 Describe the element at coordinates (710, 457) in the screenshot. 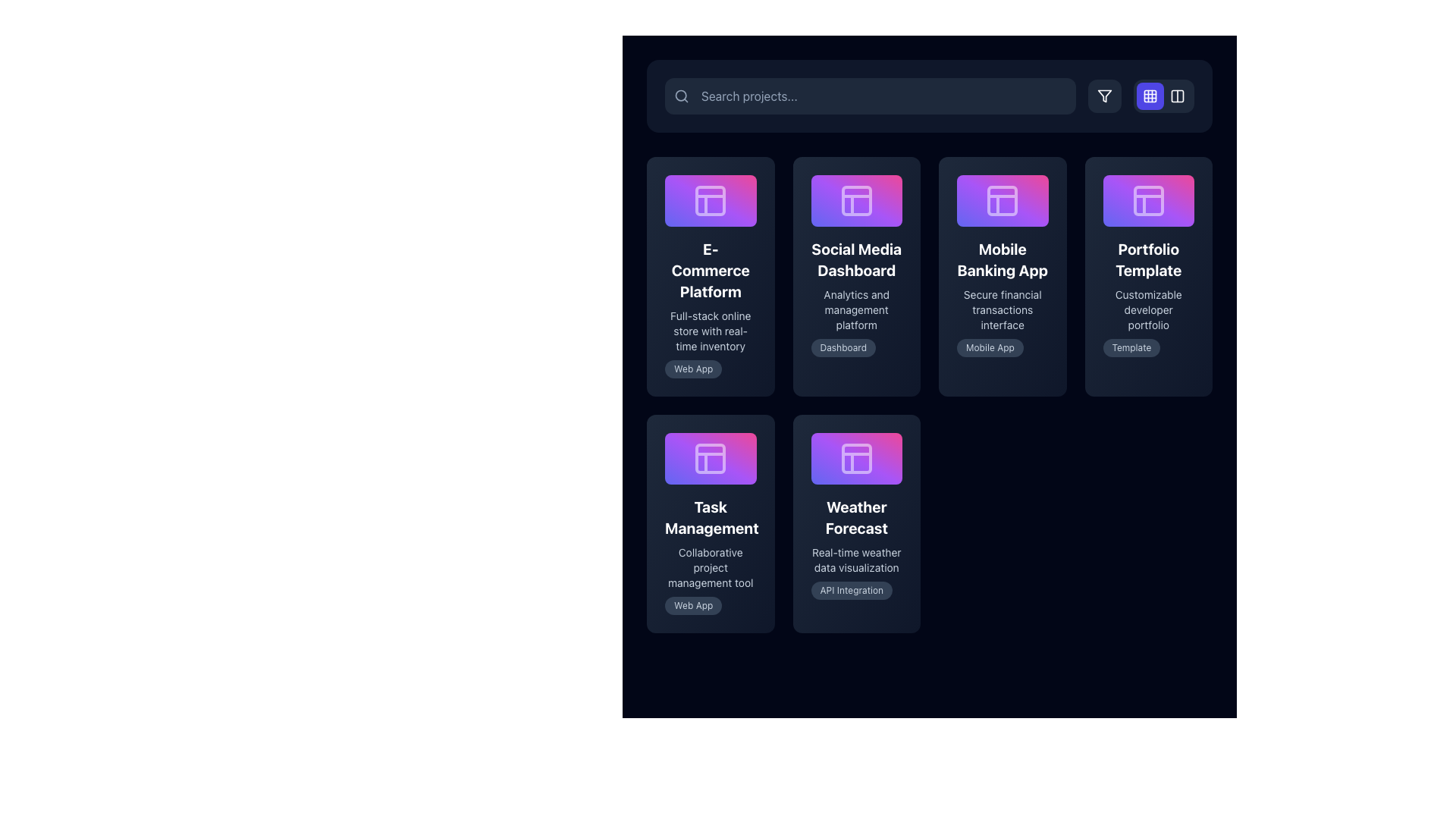

I see `the decorative icon representing a concept or category in the 'Task Management' application interface, located in the lower row and left column of the grid layout` at that location.